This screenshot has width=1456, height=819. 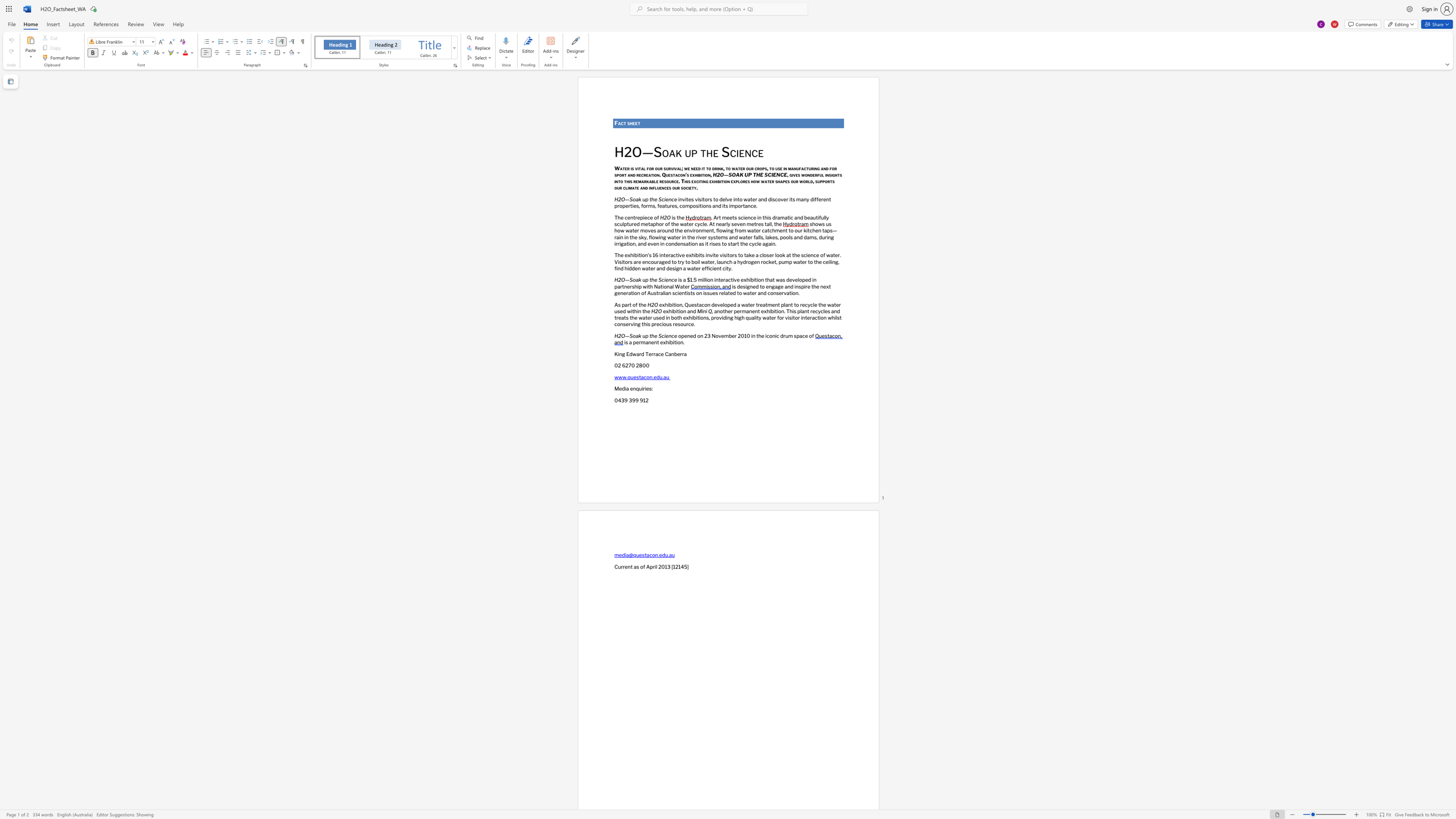 What do you see at coordinates (752, 174) in the screenshot?
I see `the subset text "THE S" within the text "H2O—SOAK UP THE SCIENCE"` at bounding box center [752, 174].